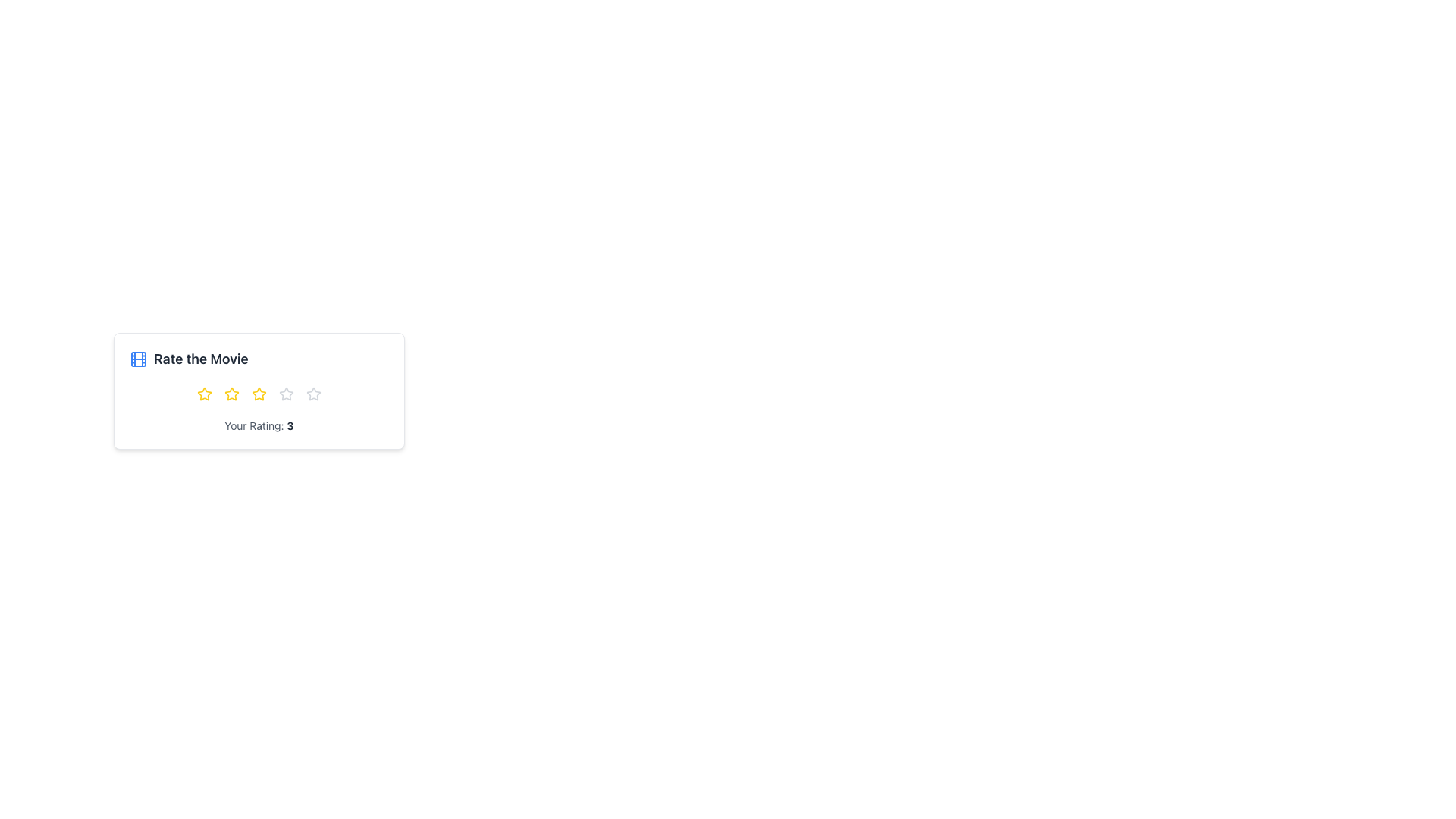 The width and height of the screenshot is (1456, 819). Describe the element at coordinates (287, 394) in the screenshot. I see `the third star icon` at that location.